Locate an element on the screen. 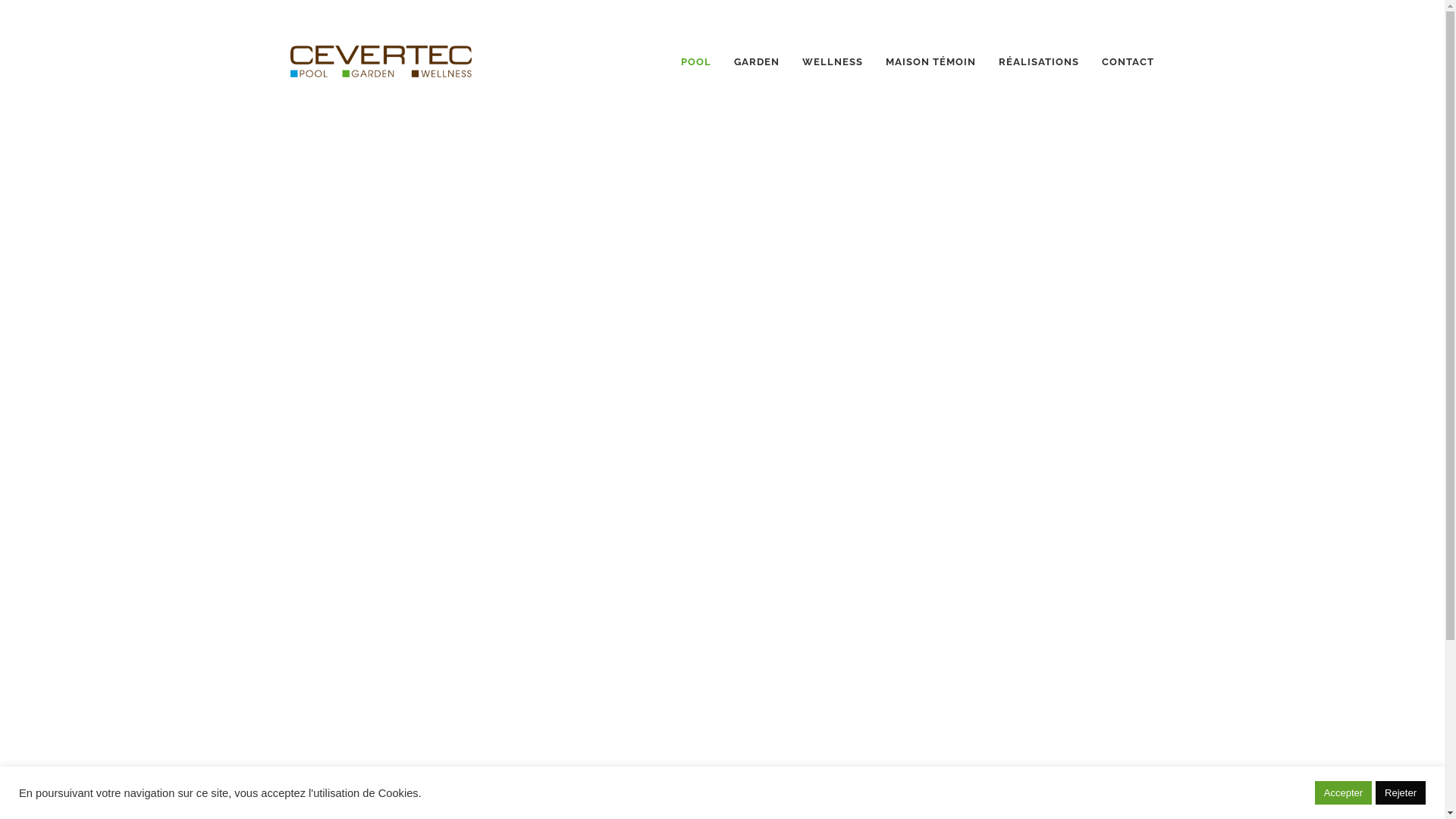  'GARDEN' is located at coordinates (757, 61).